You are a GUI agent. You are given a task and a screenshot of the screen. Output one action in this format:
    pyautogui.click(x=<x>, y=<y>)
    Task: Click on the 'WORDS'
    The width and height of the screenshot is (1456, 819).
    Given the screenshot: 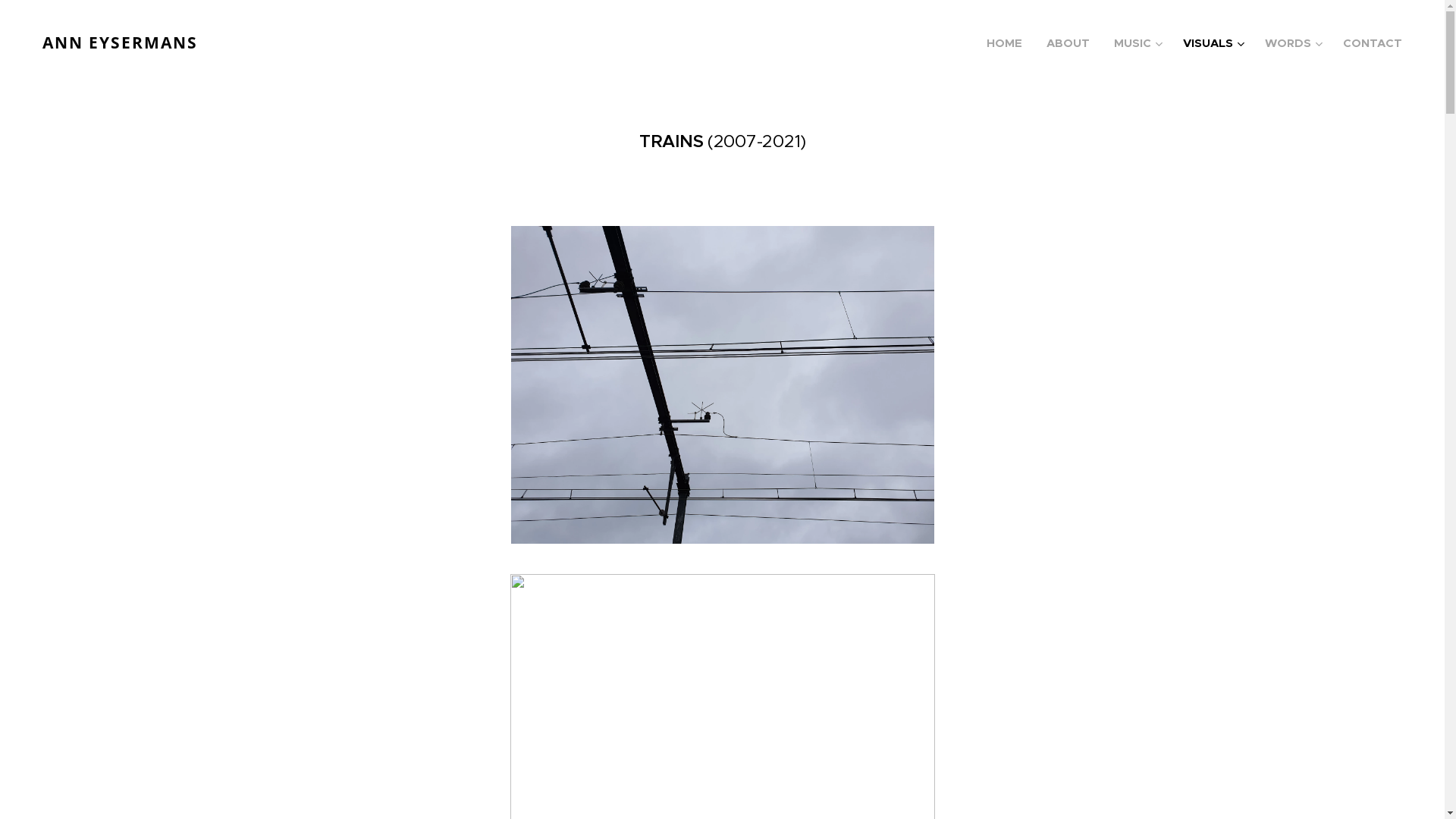 What is the action you would take?
    pyautogui.click(x=1291, y=42)
    